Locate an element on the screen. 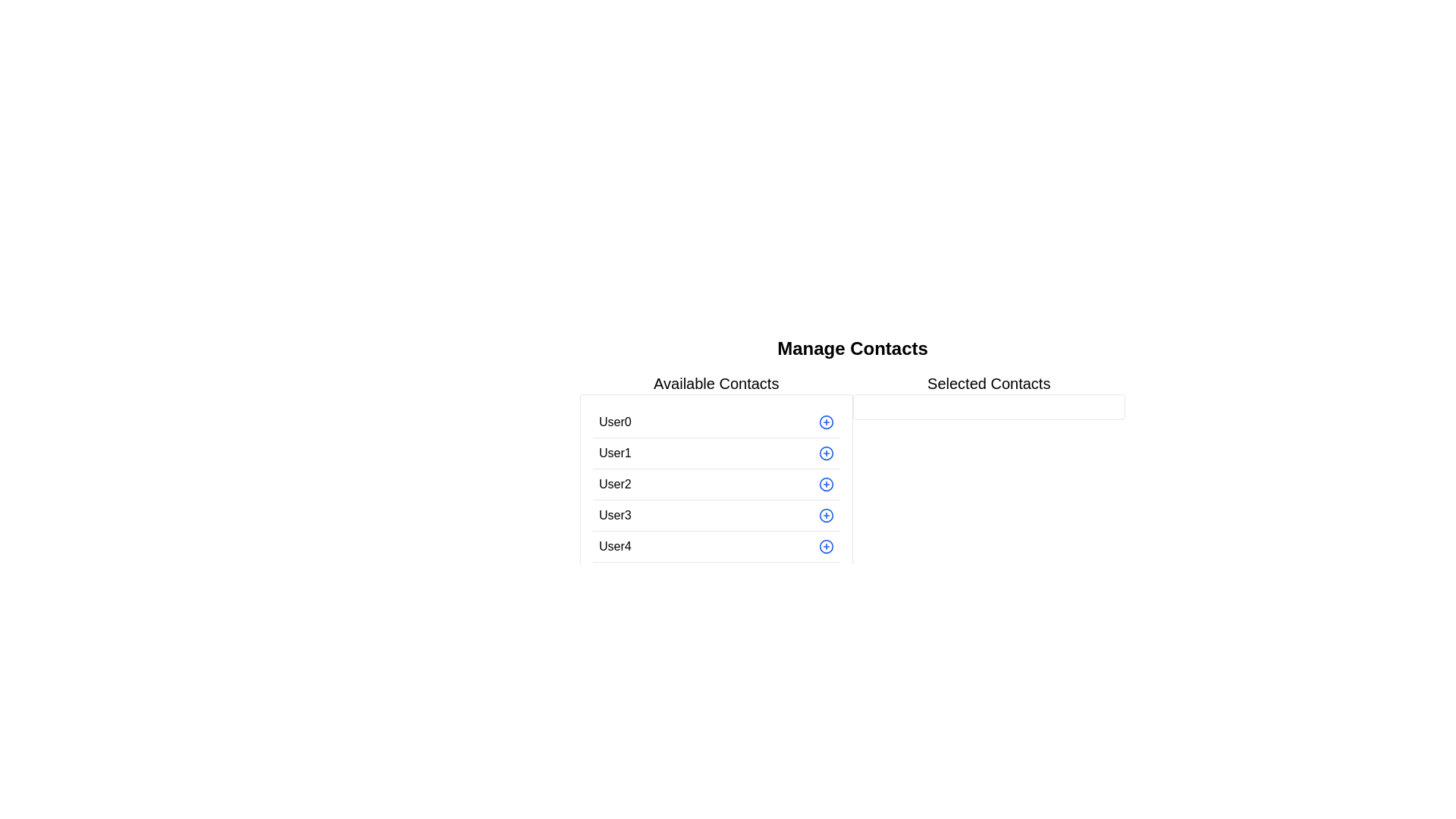 The width and height of the screenshot is (1456, 819). the button icon located to the right of 'User0' in the 'Available Contacts' section is located at coordinates (825, 422).